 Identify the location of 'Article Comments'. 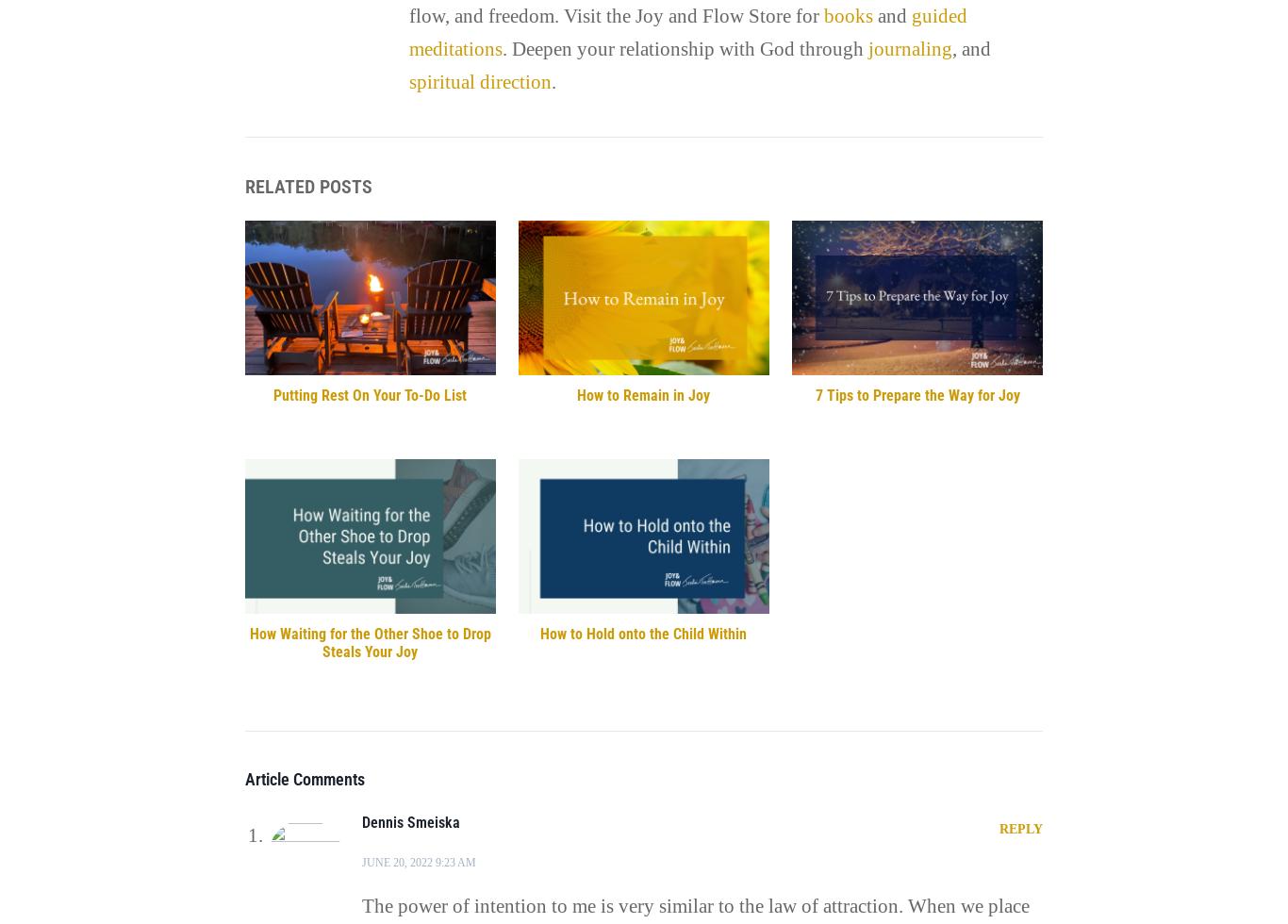
(304, 778).